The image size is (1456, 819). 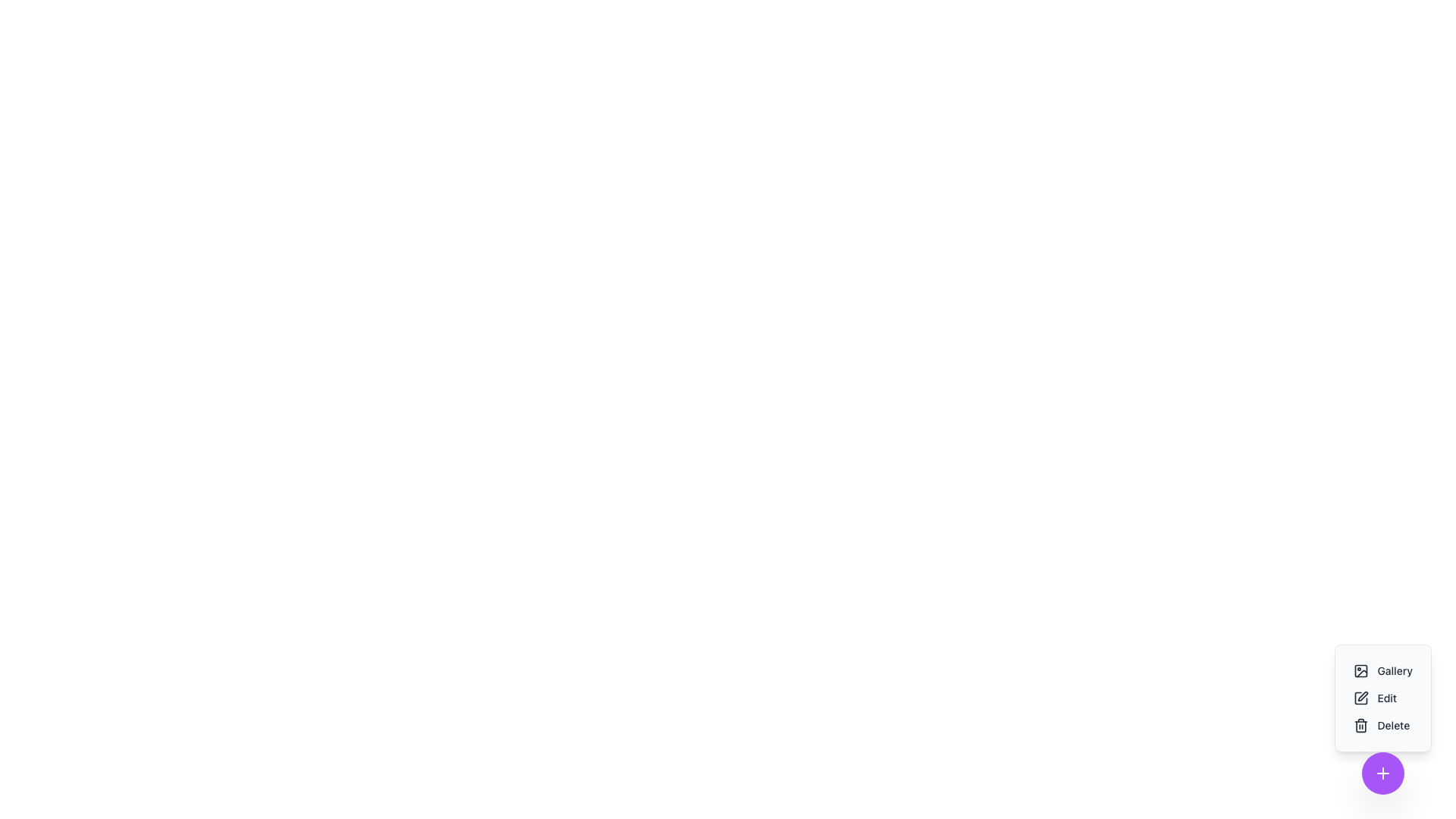 What do you see at coordinates (1393, 724) in the screenshot?
I see `the delete label option, which is the third entry in the vertical list, located to the right of the trash can icon and below the 'Edit' option` at bounding box center [1393, 724].